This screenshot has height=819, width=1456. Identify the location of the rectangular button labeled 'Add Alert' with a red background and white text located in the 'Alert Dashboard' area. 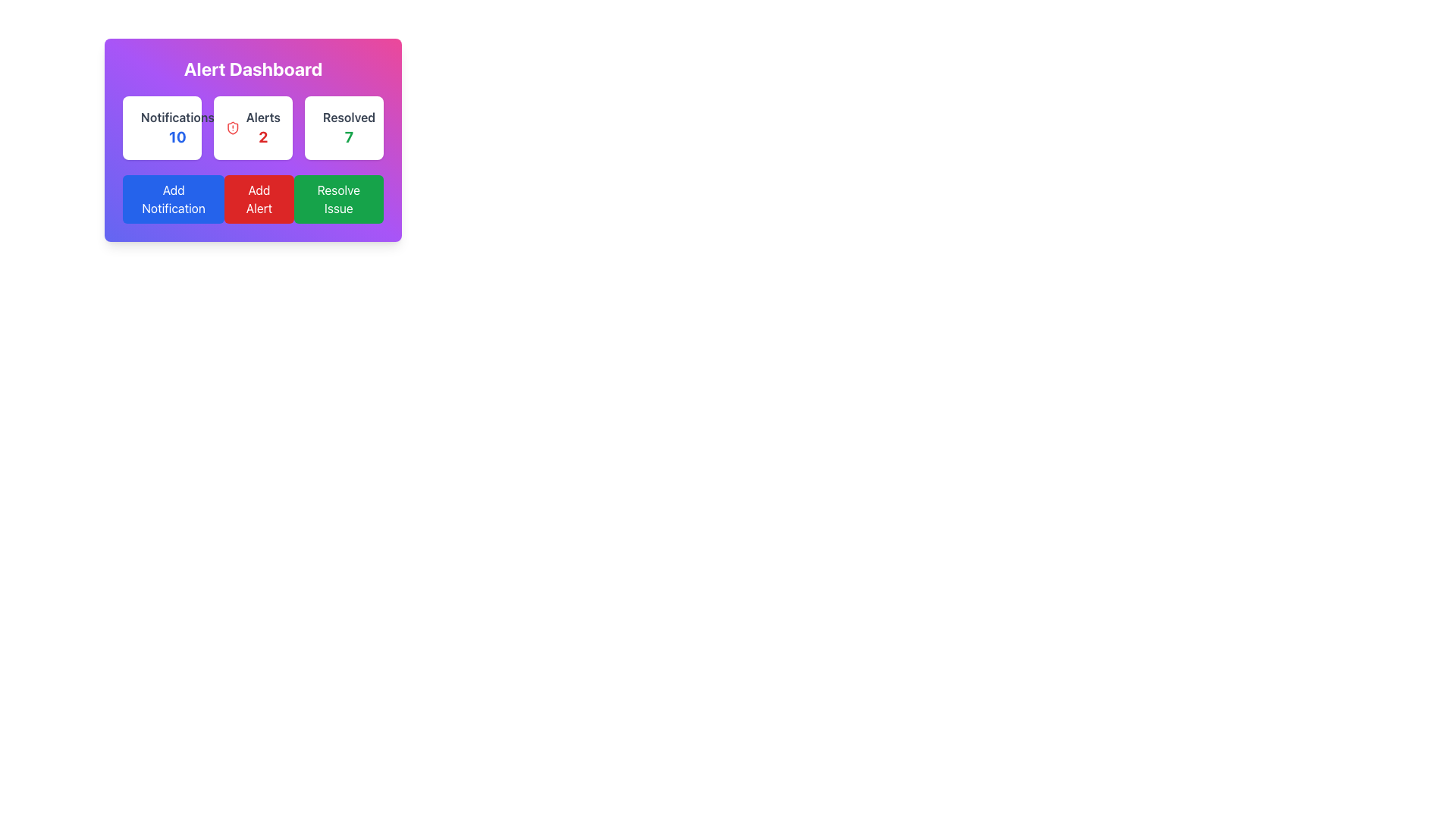
(259, 198).